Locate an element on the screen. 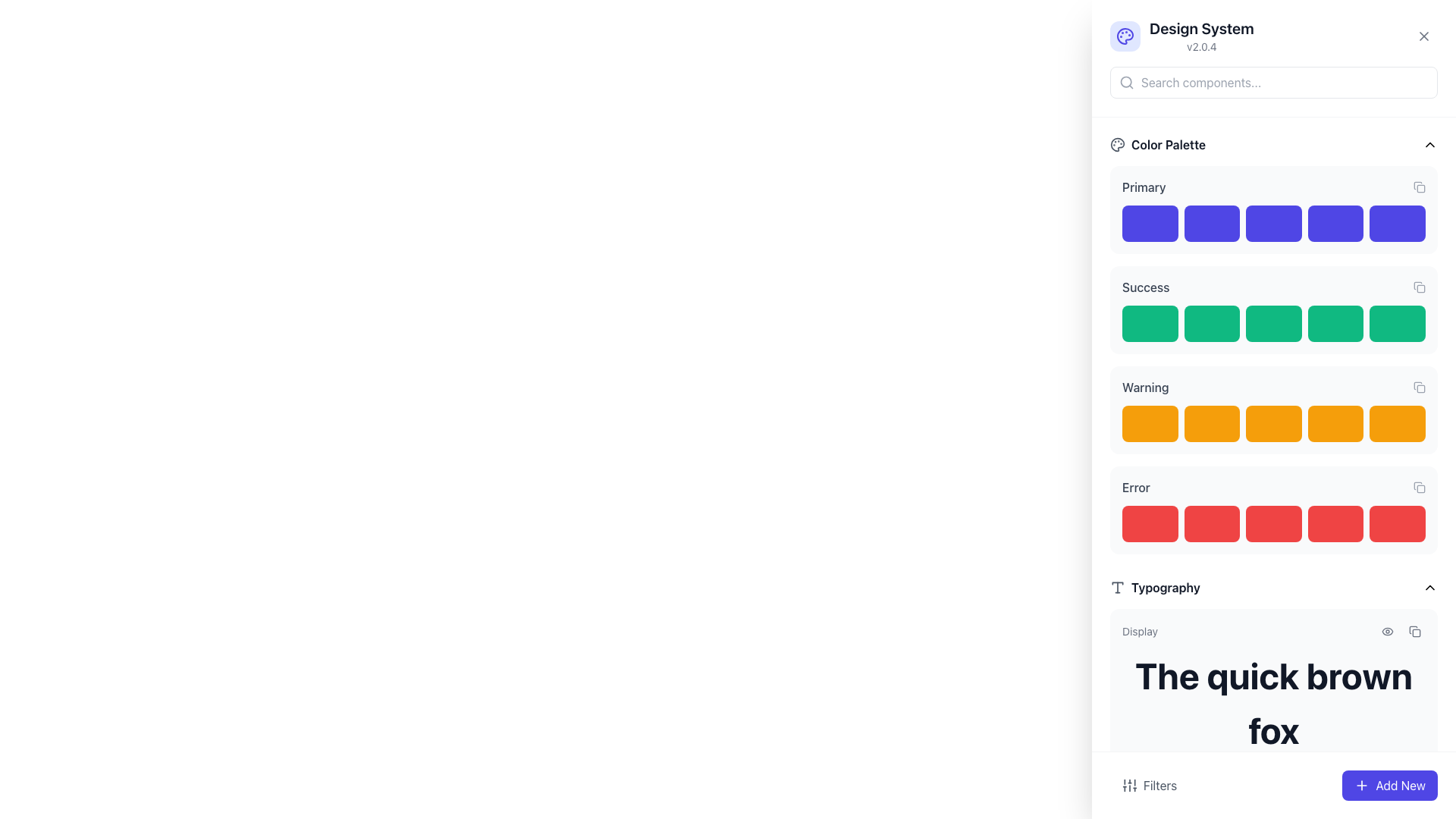 This screenshot has height=819, width=1456. the interactive eye icon button, which is the first in a horizontal row of icons is located at coordinates (1387, 632).